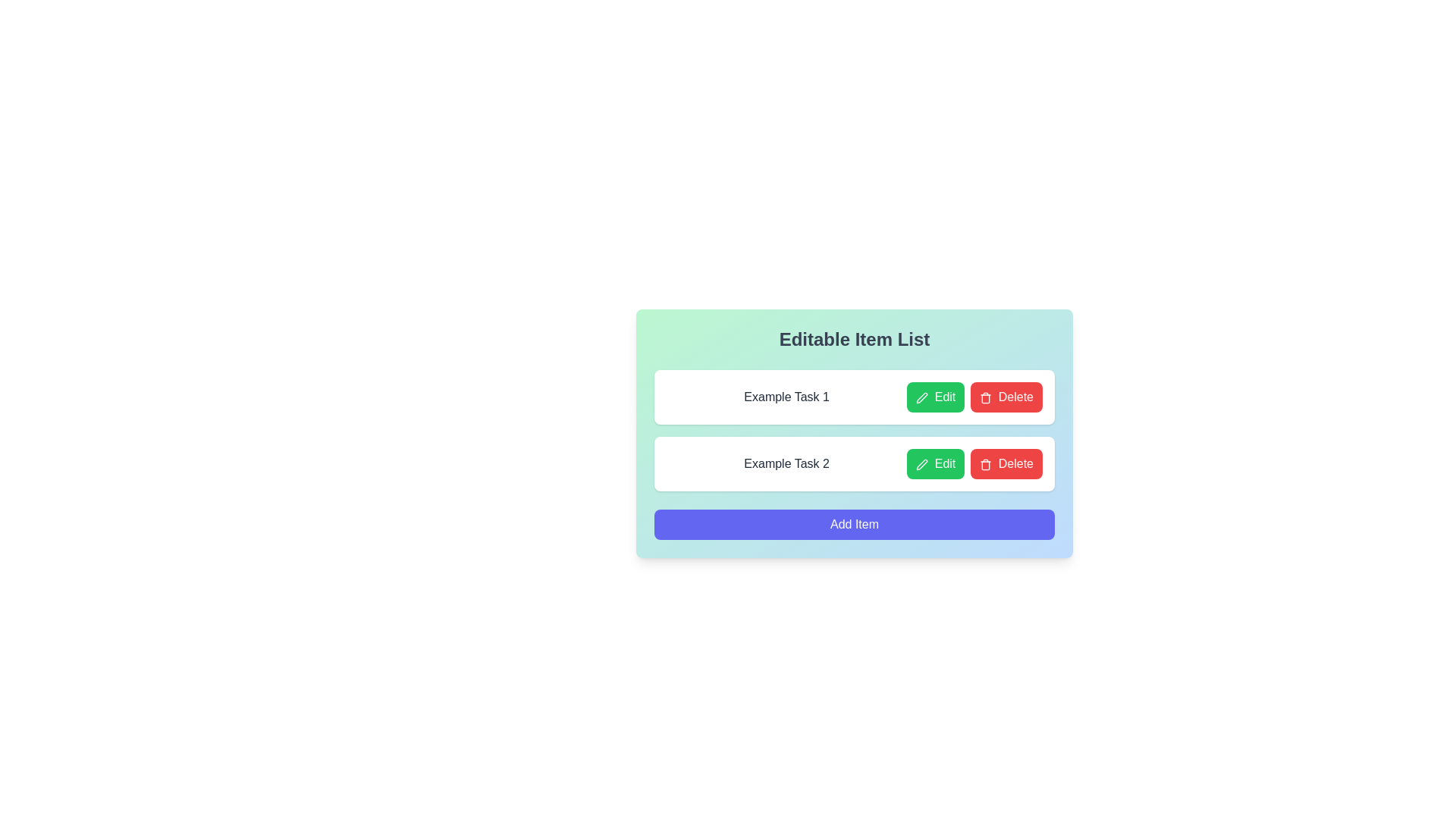  What do you see at coordinates (986, 397) in the screenshot?
I see `the delete icon located within the red 'Delete' button at the far right of each editable task row` at bounding box center [986, 397].